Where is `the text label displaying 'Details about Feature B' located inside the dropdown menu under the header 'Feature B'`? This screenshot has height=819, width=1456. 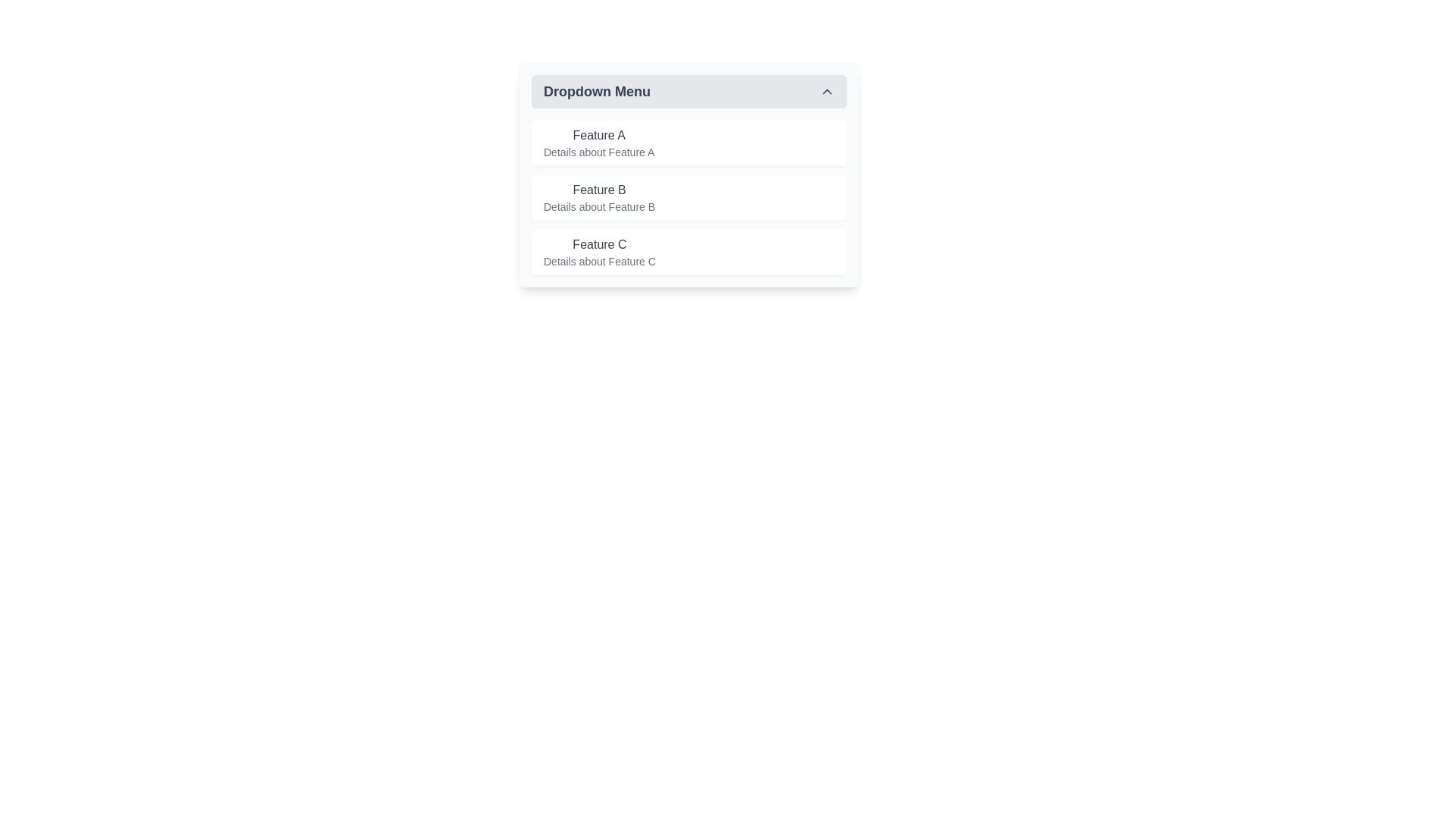 the text label displaying 'Details about Feature B' located inside the dropdown menu under the header 'Feature B' is located at coordinates (598, 207).